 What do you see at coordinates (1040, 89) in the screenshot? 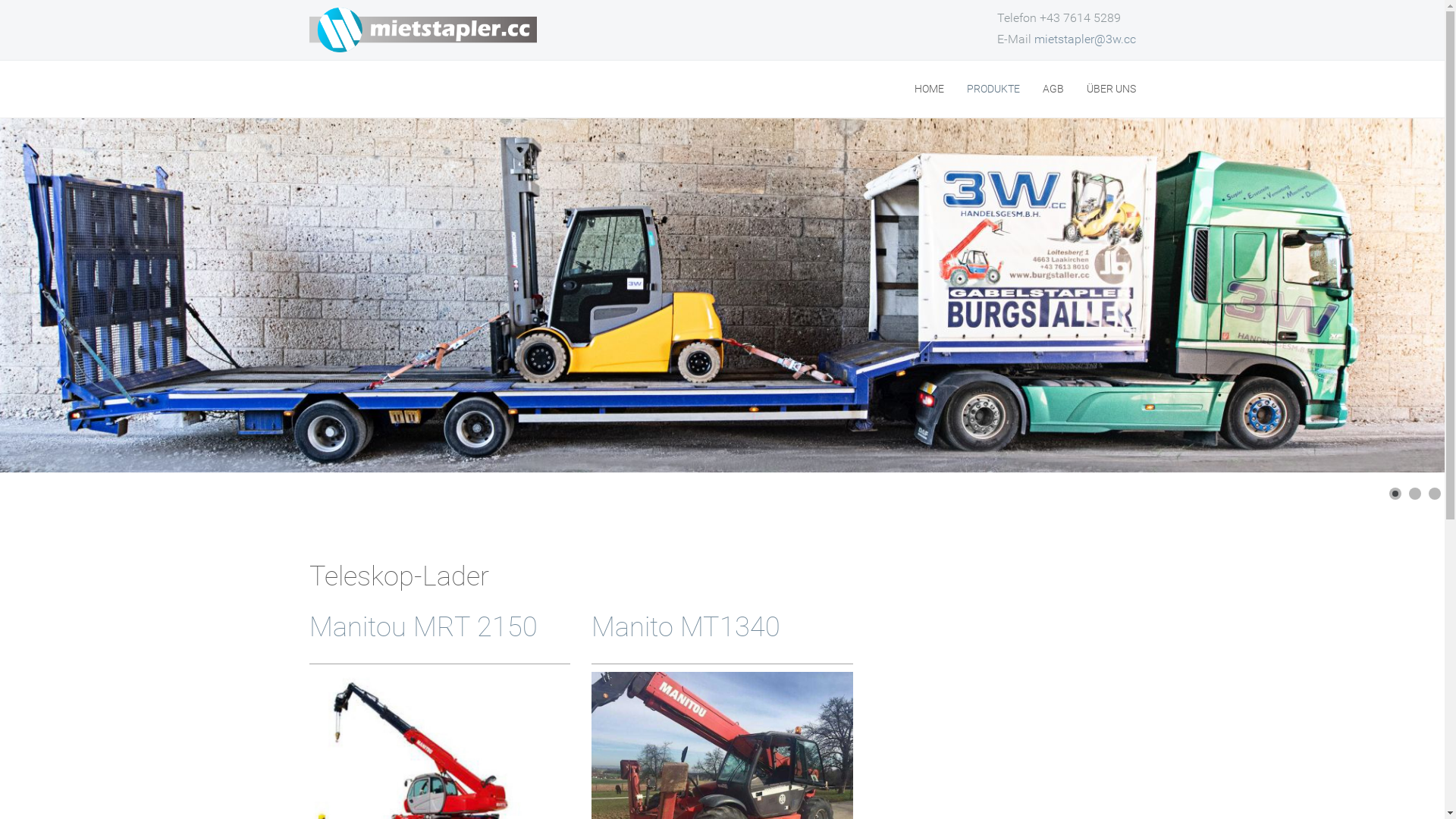
I see `'AGB'` at bounding box center [1040, 89].